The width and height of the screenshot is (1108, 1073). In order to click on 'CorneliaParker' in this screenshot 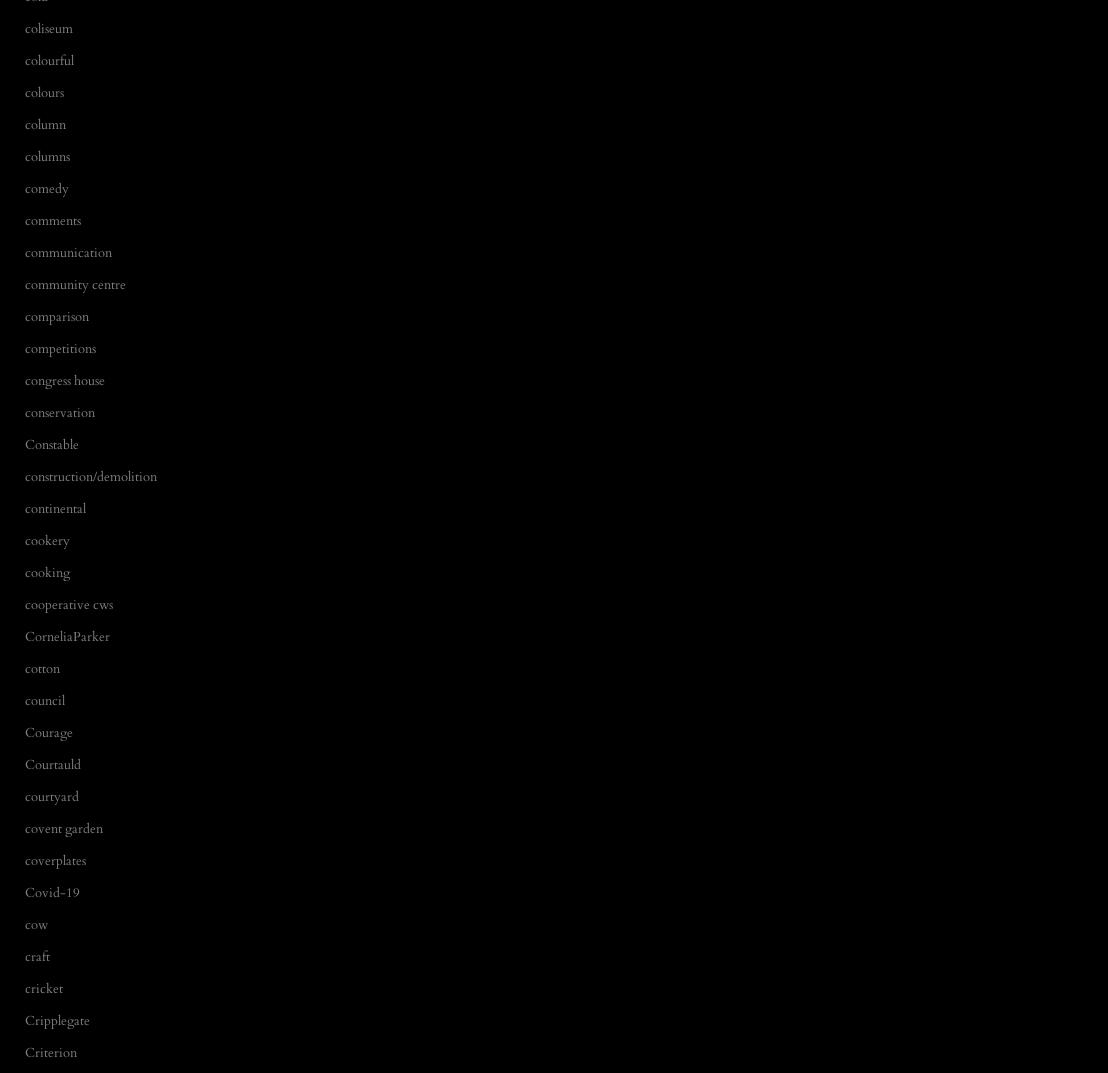, I will do `click(66, 634)`.